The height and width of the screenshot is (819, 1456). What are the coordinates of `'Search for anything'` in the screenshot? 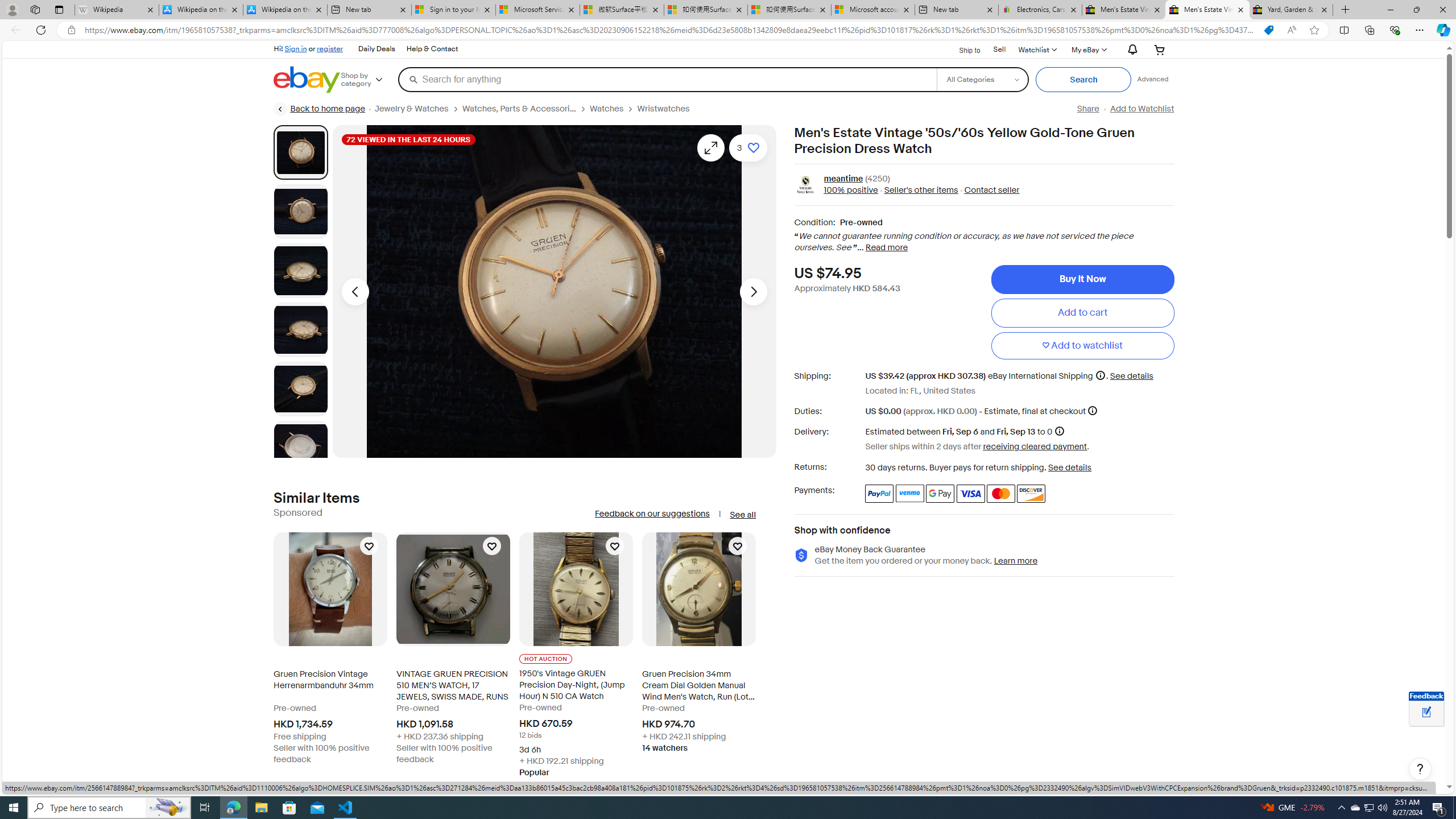 It's located at (666, 78).